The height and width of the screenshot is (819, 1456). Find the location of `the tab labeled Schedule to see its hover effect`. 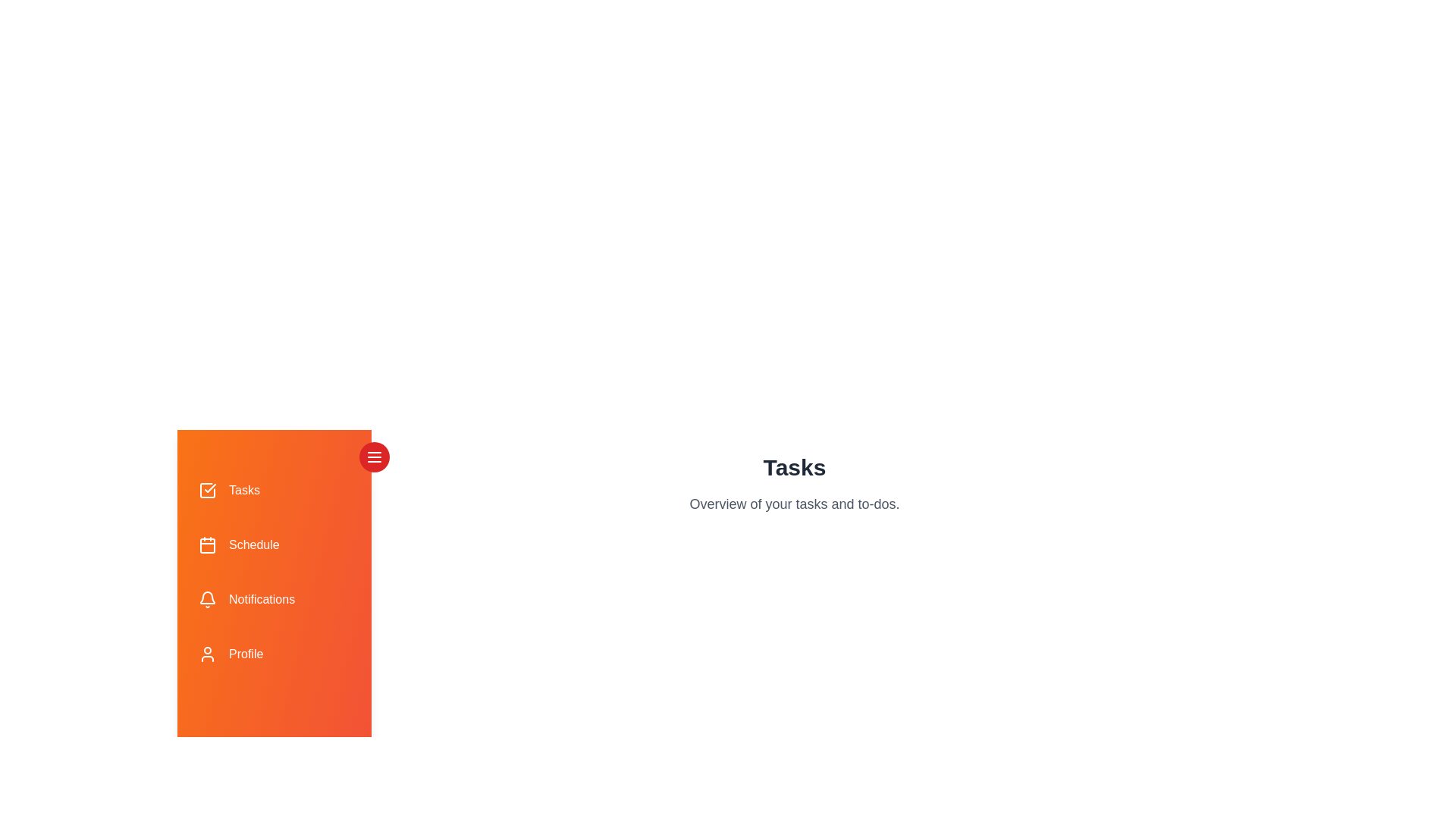

the tab labeled Schedule to see its hover effect is located at coordinates (274, 544).